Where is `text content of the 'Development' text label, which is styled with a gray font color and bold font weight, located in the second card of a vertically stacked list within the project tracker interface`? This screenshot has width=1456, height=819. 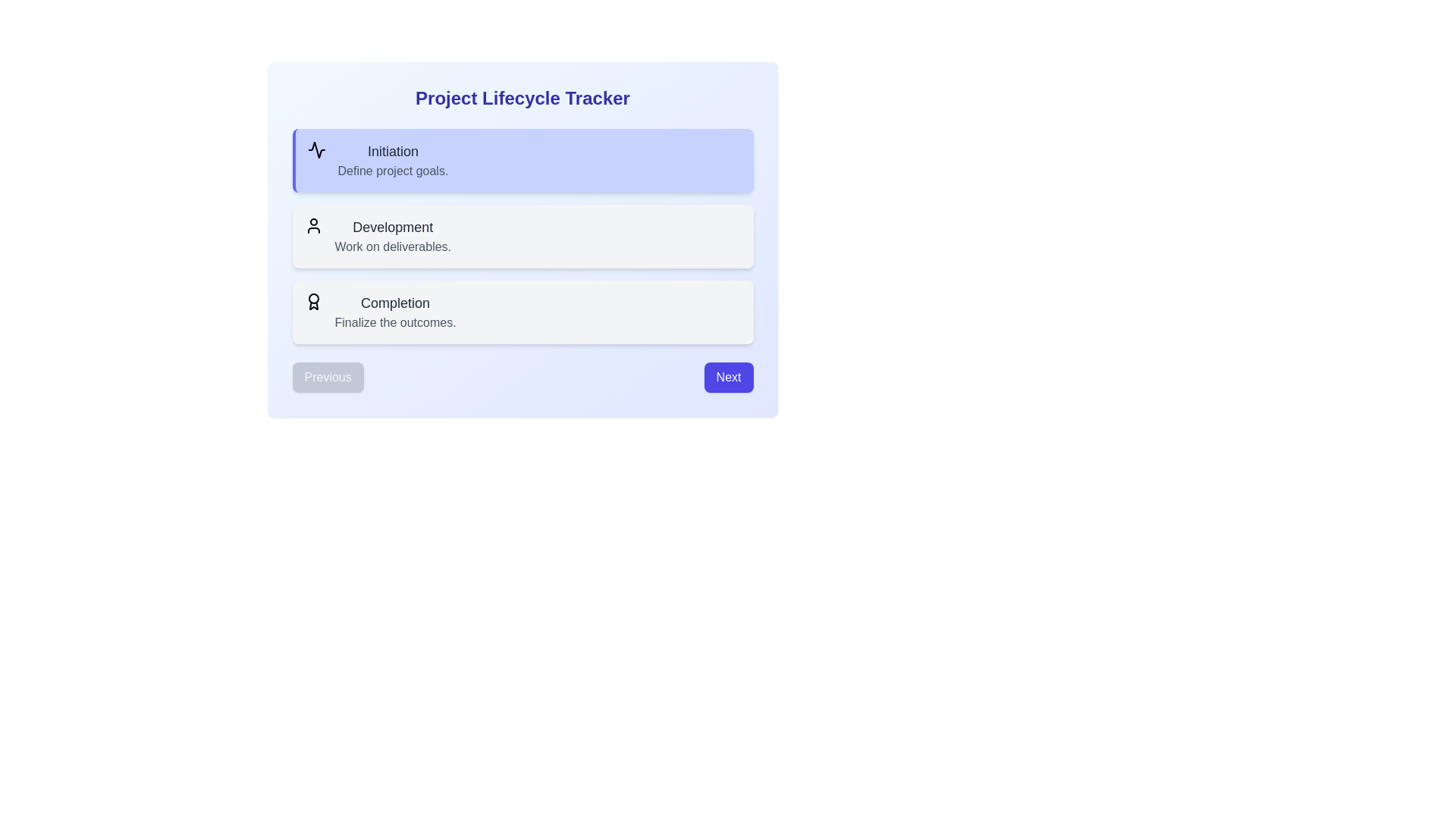
text content of the 'Development' text label, which is styled with a gray font color and bold font weight, located in the second card of a vertically stacked list within the project tracker interface is located at coordinates (393, 227).